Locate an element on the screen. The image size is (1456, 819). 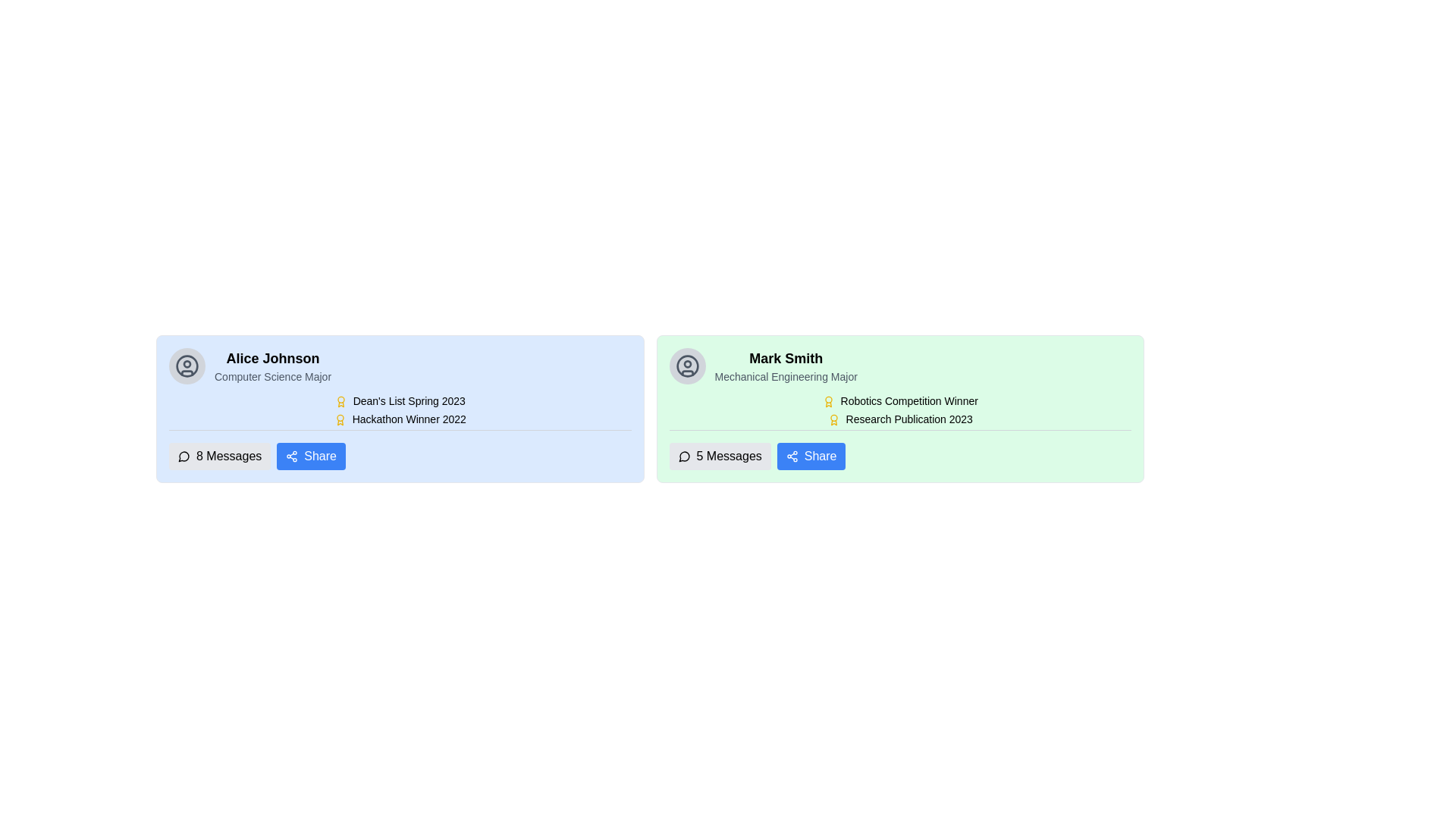
the graphical icon that signifies the 'Robotics Competition Winner' achievement for Mark Smith, located to the left of the award title in the profile card is located at coordinates (827, 401).